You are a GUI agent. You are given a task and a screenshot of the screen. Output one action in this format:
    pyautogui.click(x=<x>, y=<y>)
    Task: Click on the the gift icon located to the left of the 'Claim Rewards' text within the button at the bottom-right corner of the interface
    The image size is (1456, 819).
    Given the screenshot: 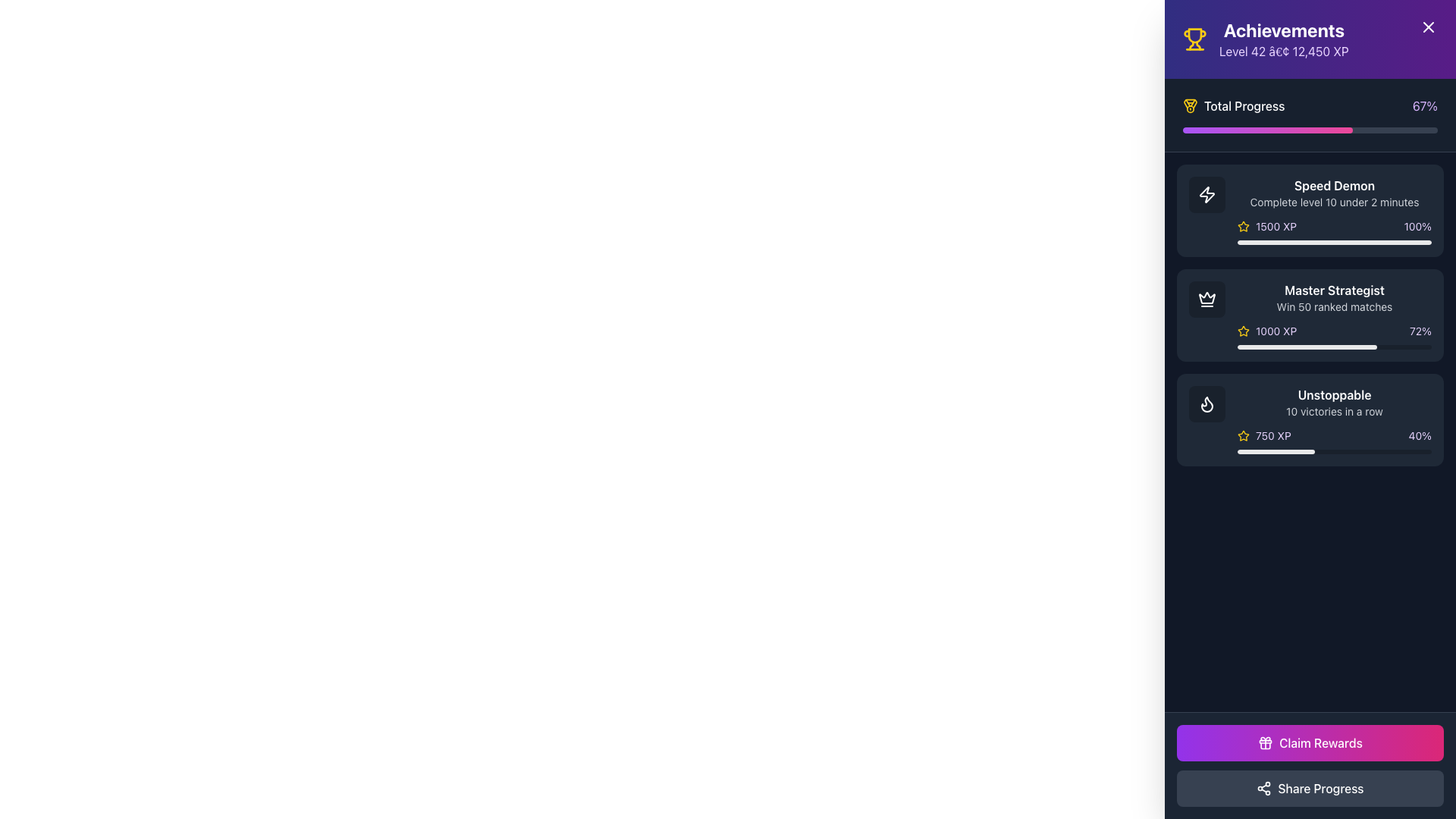 What is the action you would take?
    pyautogui.click(x=1266, y=742)
    